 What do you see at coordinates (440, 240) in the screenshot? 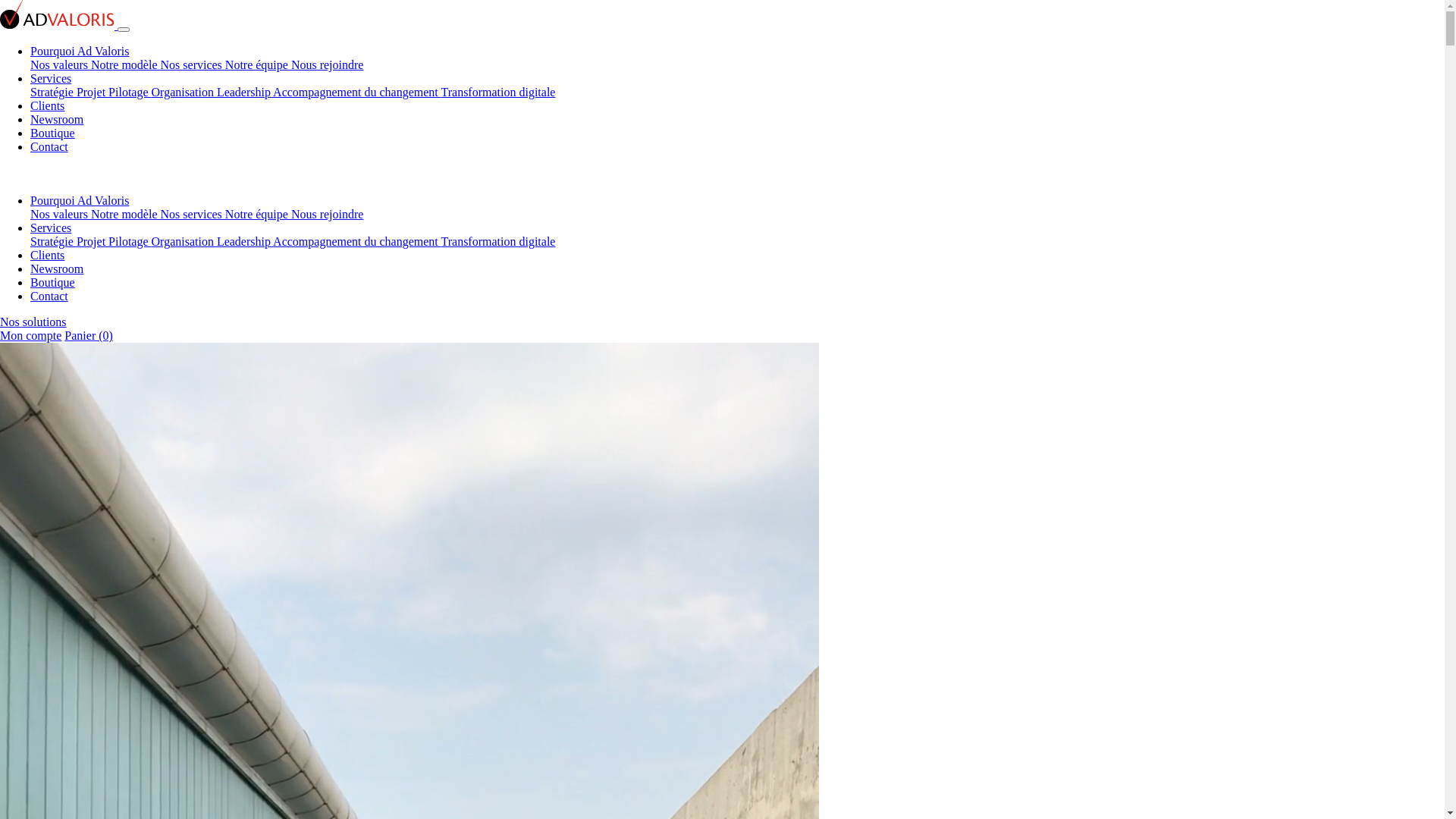
I see `'Transformation digitale'` at bounding box center [440, 240].